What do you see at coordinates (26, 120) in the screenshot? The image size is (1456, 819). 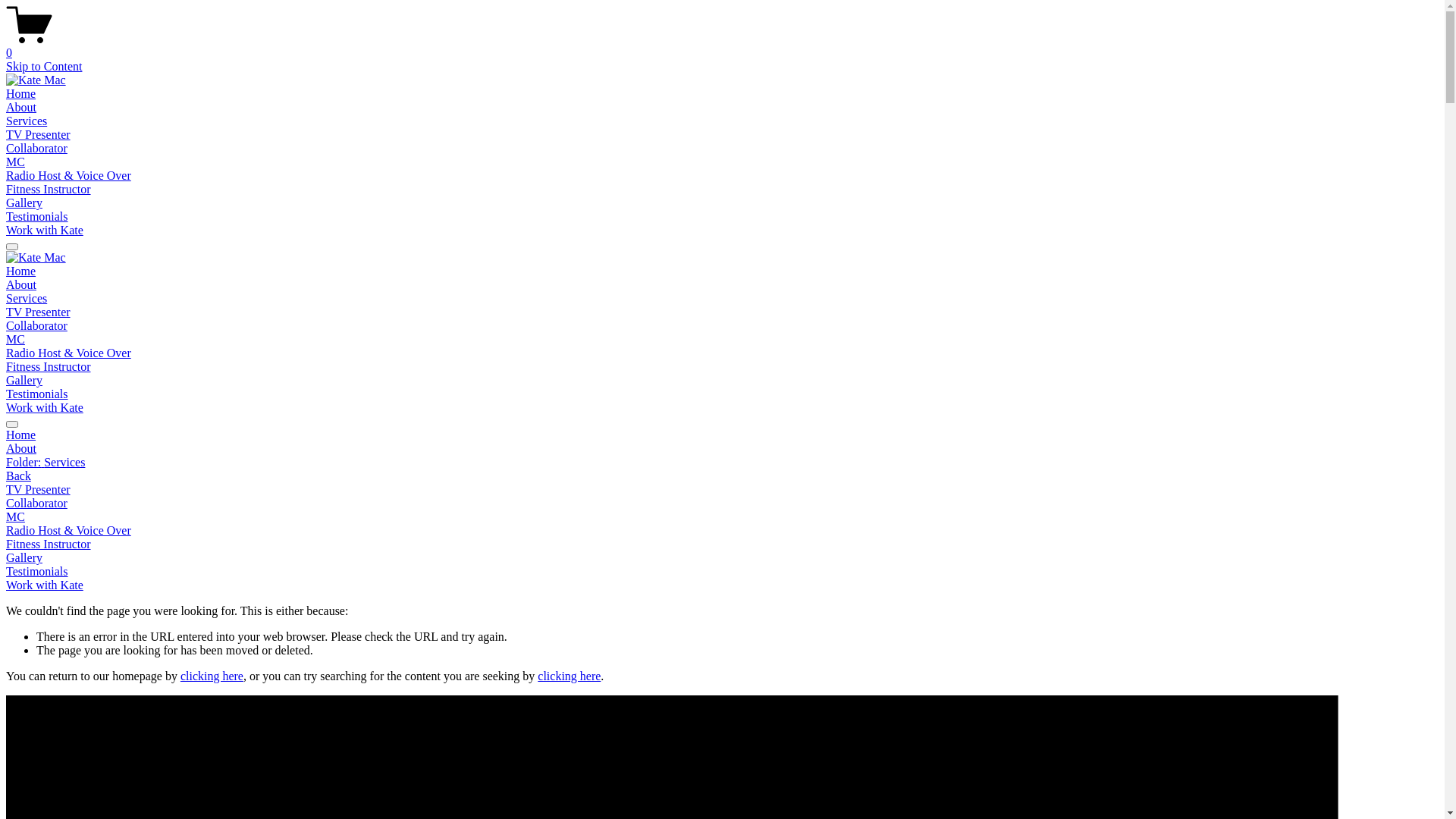 I see `'Services'` at bounding box center [26, 120].